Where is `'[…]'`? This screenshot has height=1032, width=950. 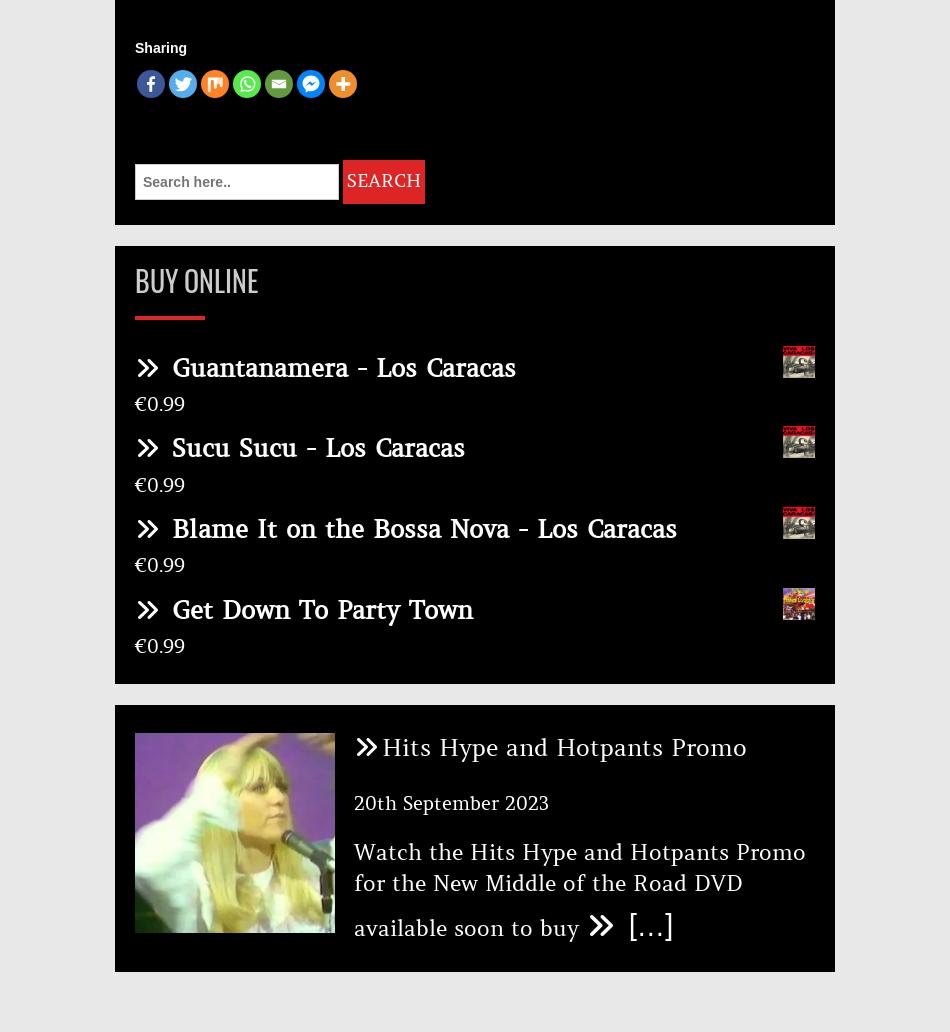 '[…]' is located at coordinates (645, 923).